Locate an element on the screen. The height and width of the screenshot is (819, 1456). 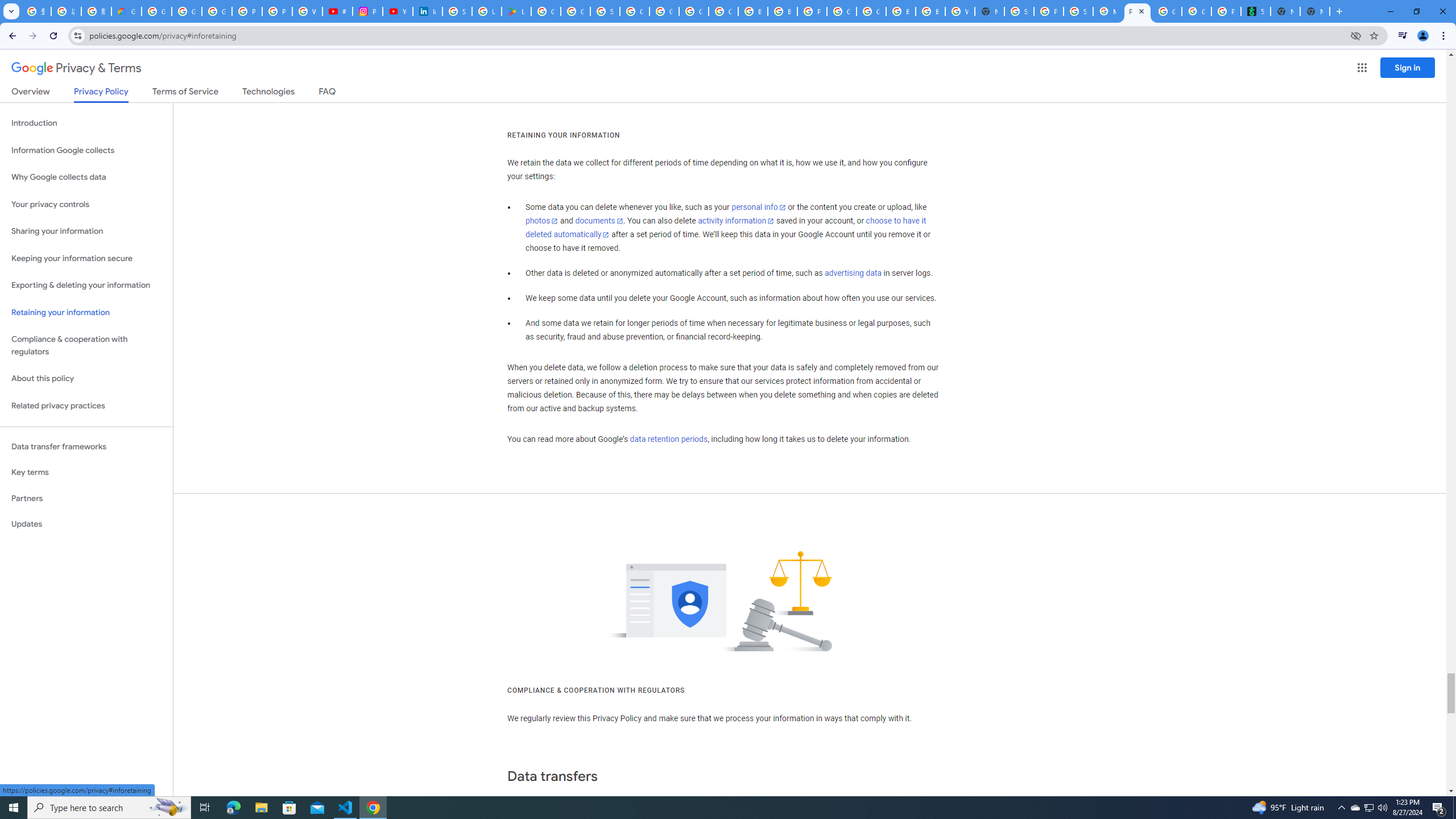
'#nbabasketballhighlights - YouTube' is located at coordinates (337, 11).